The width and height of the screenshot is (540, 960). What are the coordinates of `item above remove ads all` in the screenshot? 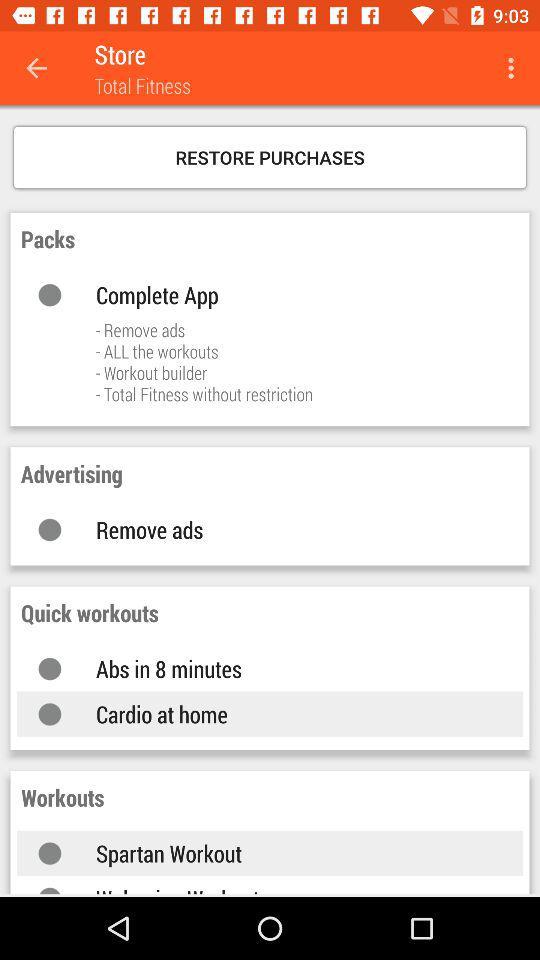 It's located at (288, 293).